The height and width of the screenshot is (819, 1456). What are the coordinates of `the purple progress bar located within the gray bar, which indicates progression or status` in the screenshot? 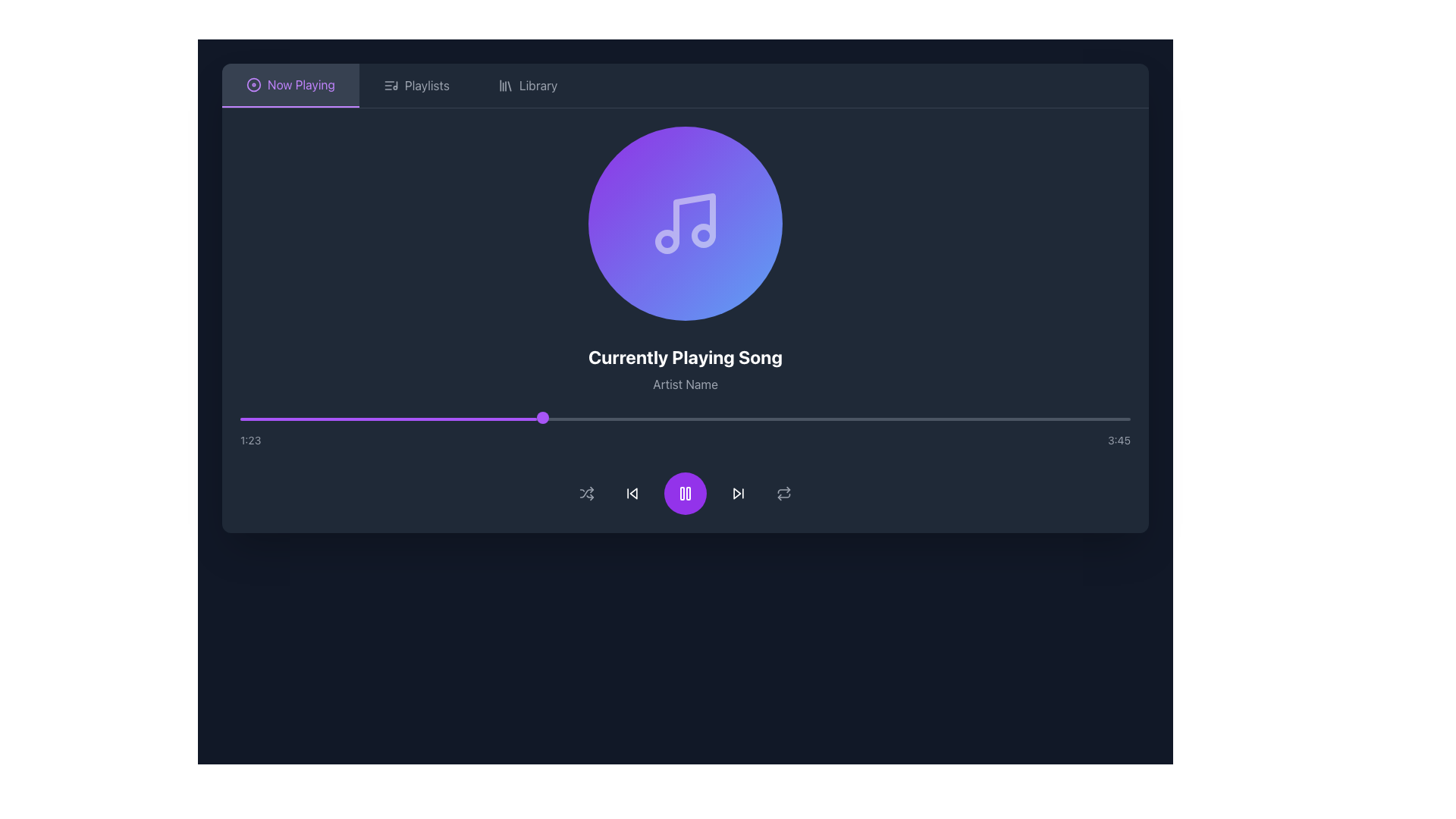 It's located at (388, 419).